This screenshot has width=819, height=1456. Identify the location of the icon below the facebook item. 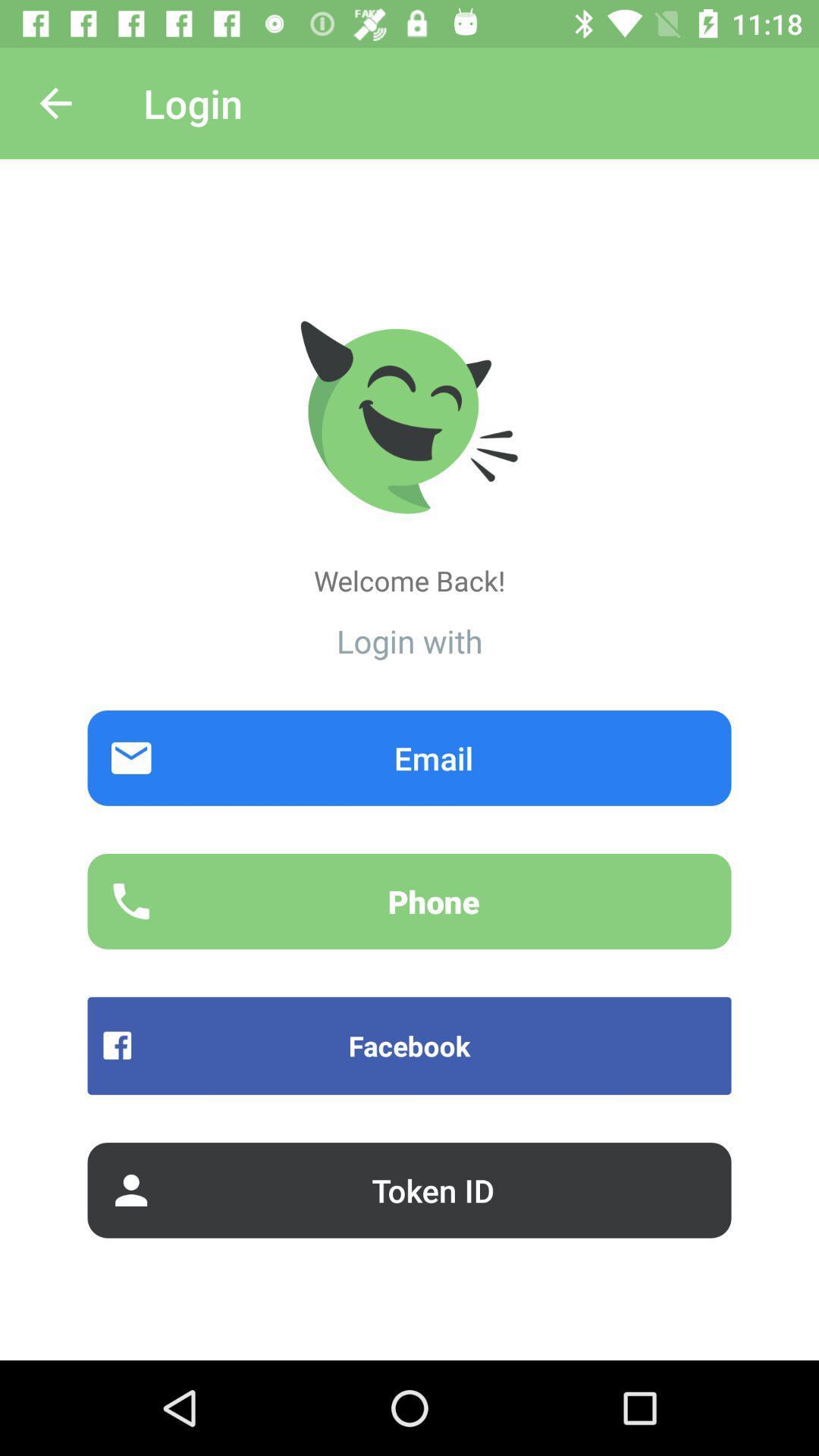
(409, 1189).